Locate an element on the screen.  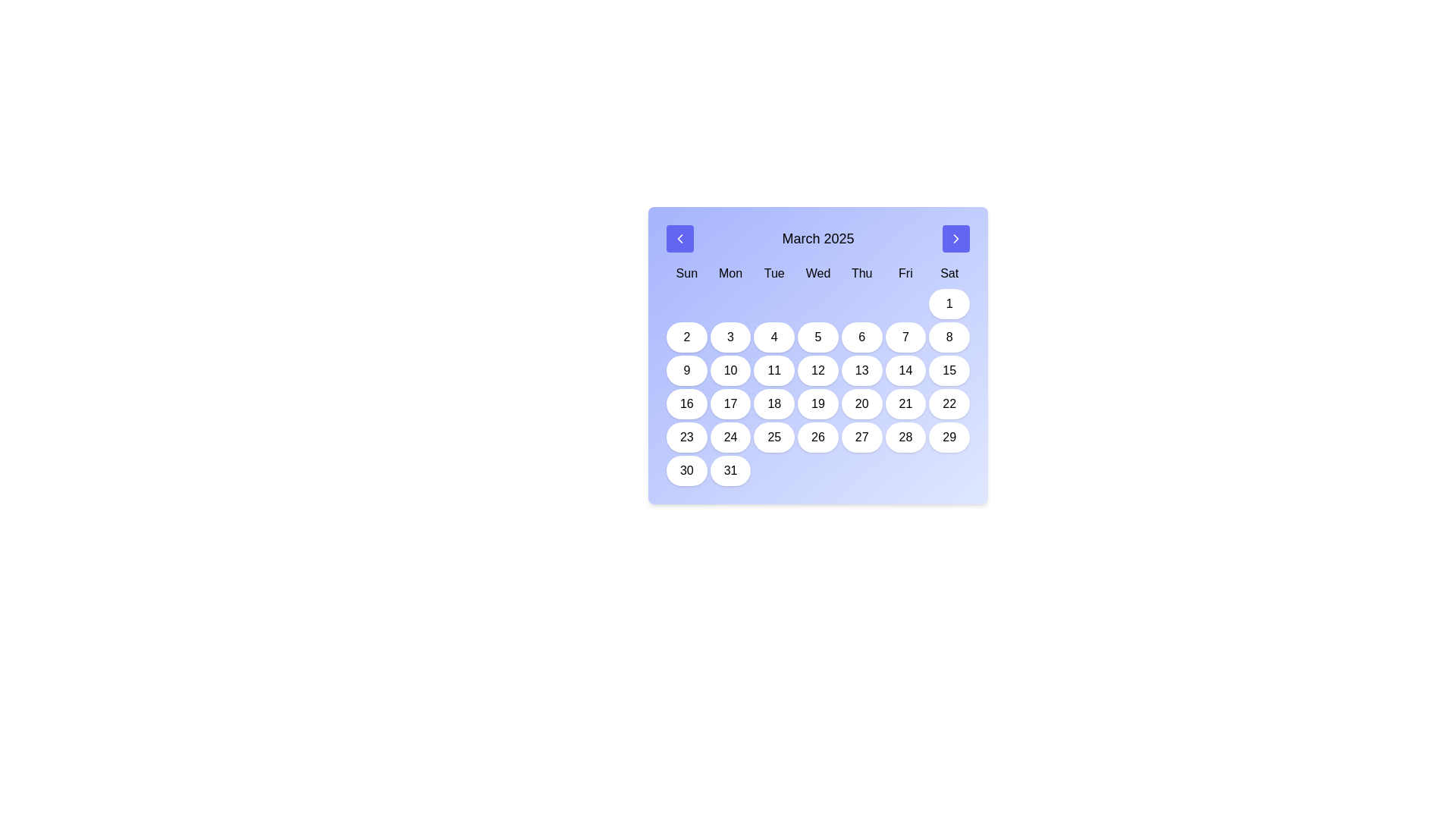
the leftward-pointing chevron icon styled with a rounded, indigo-colored button located at the top-left corner of the calendar interface is located at coordinates (679, 239).